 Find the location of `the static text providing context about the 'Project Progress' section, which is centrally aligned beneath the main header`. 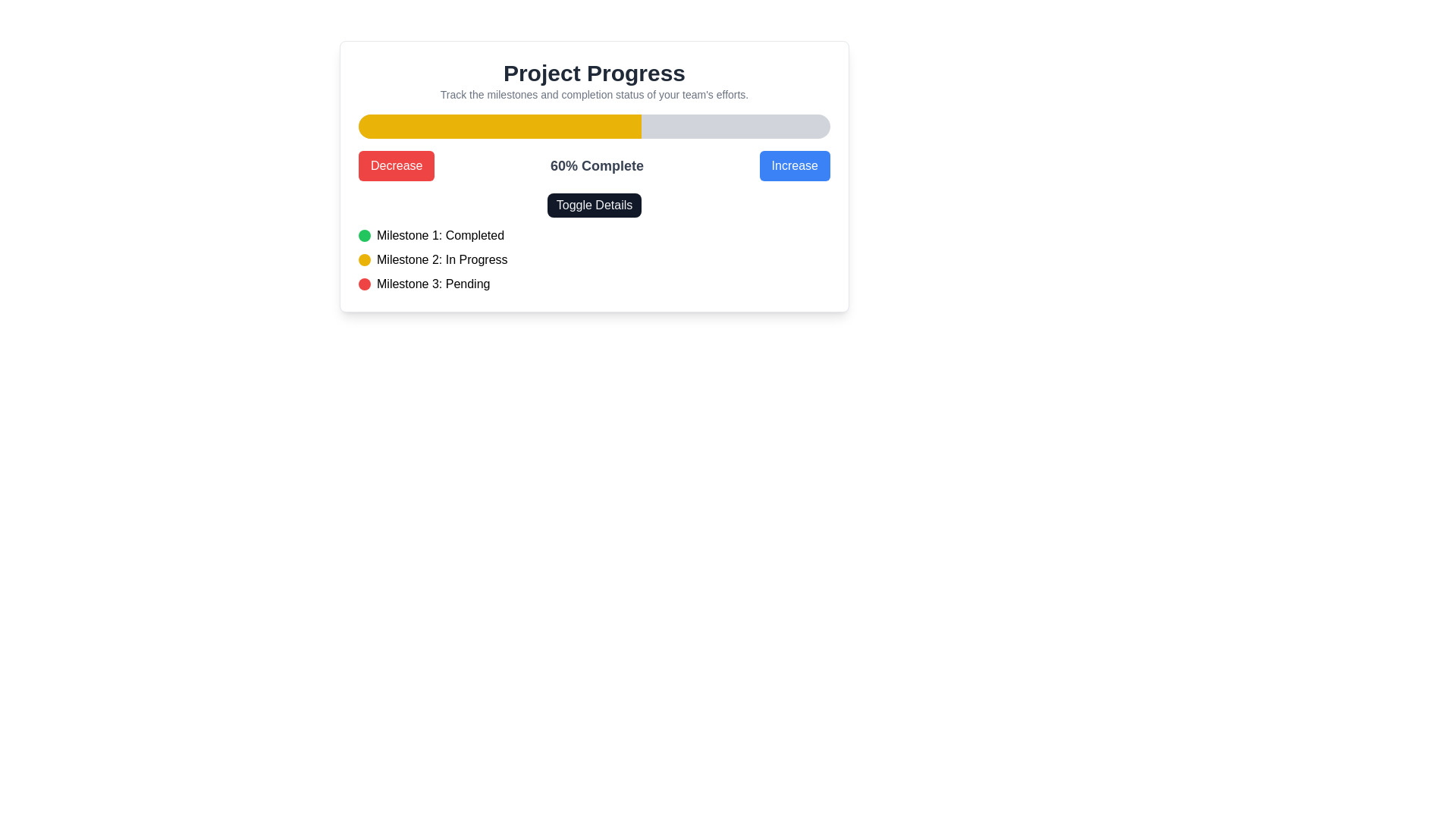

the static text providing context about the 'Project Progress' section, which is centrally aligned beneath the main header is located at coordinates (593, 94).